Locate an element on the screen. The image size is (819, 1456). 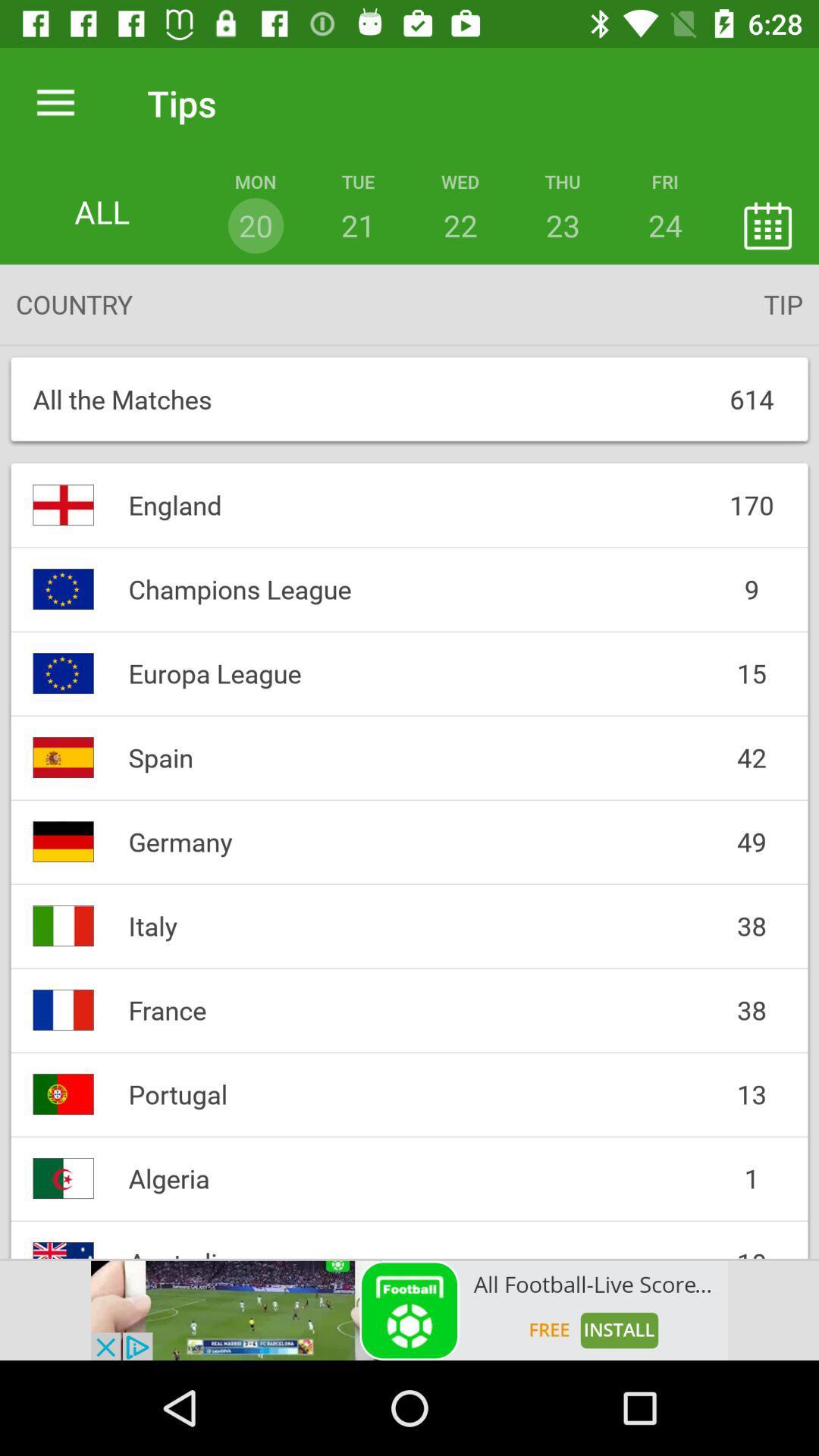
tap on advertisement is located at coordinates (409, 1310).